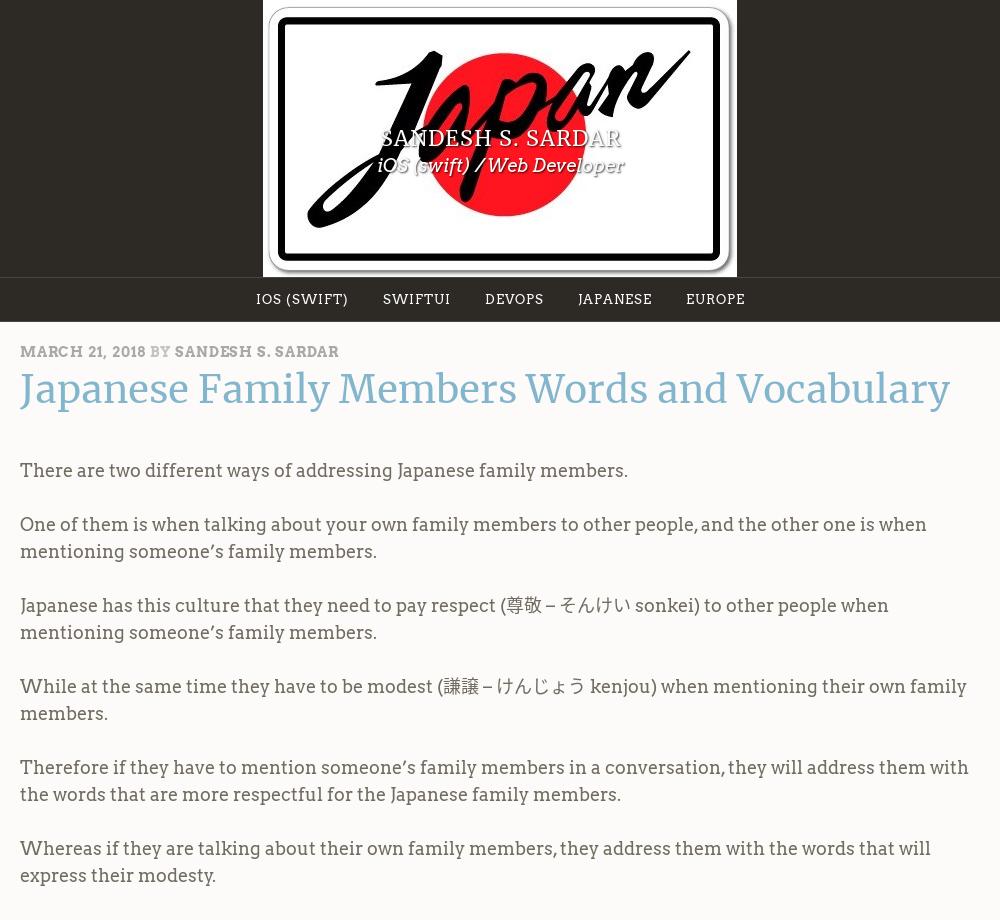 This screenshot has height=920, width=1000. I want to click on 'While at the same time they have to be modest (謙譲 – けんじょう kenjou) when mentioning their own family members.', so click(20, 699).